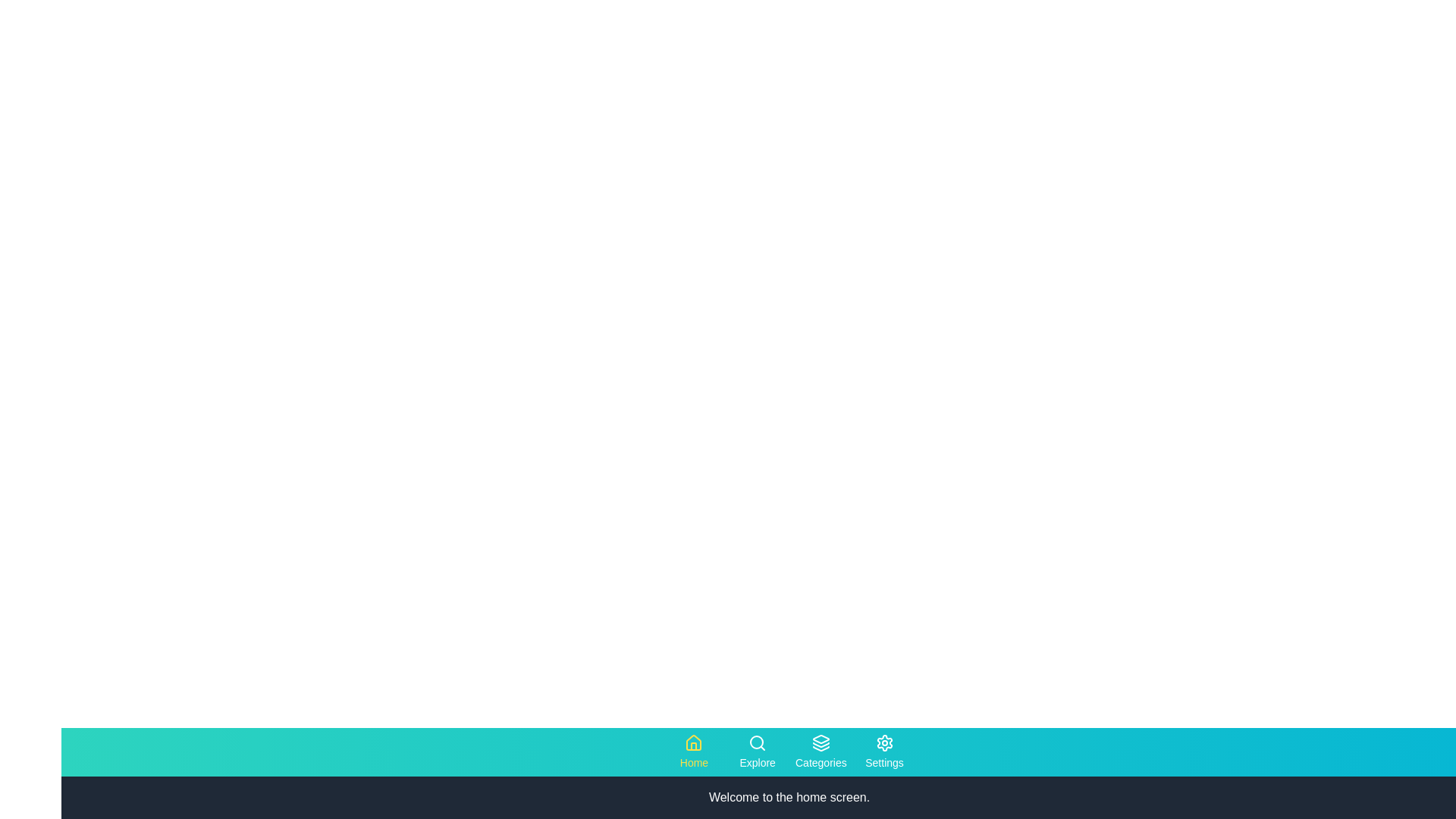  I want to click on the Home tab to navigate to the corresponding section, so click(693, 752).